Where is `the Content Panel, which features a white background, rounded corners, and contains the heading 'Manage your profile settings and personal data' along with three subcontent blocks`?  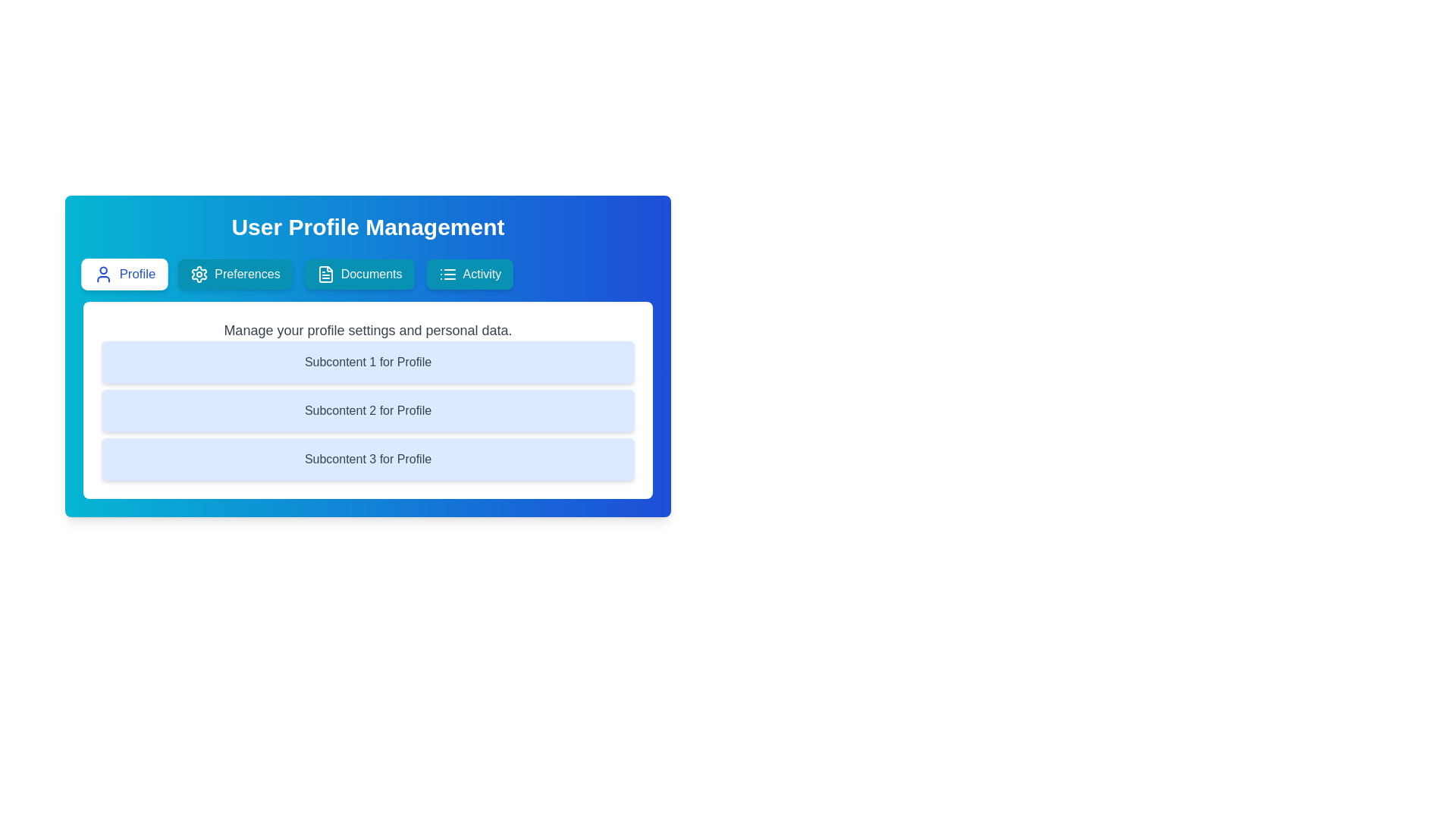 the Content Panel, which features a white background, rounded corners, and contains the heading 'Manage your profile settings and personal data' along with three subcontent blocks is located at coordinates (368, 400).